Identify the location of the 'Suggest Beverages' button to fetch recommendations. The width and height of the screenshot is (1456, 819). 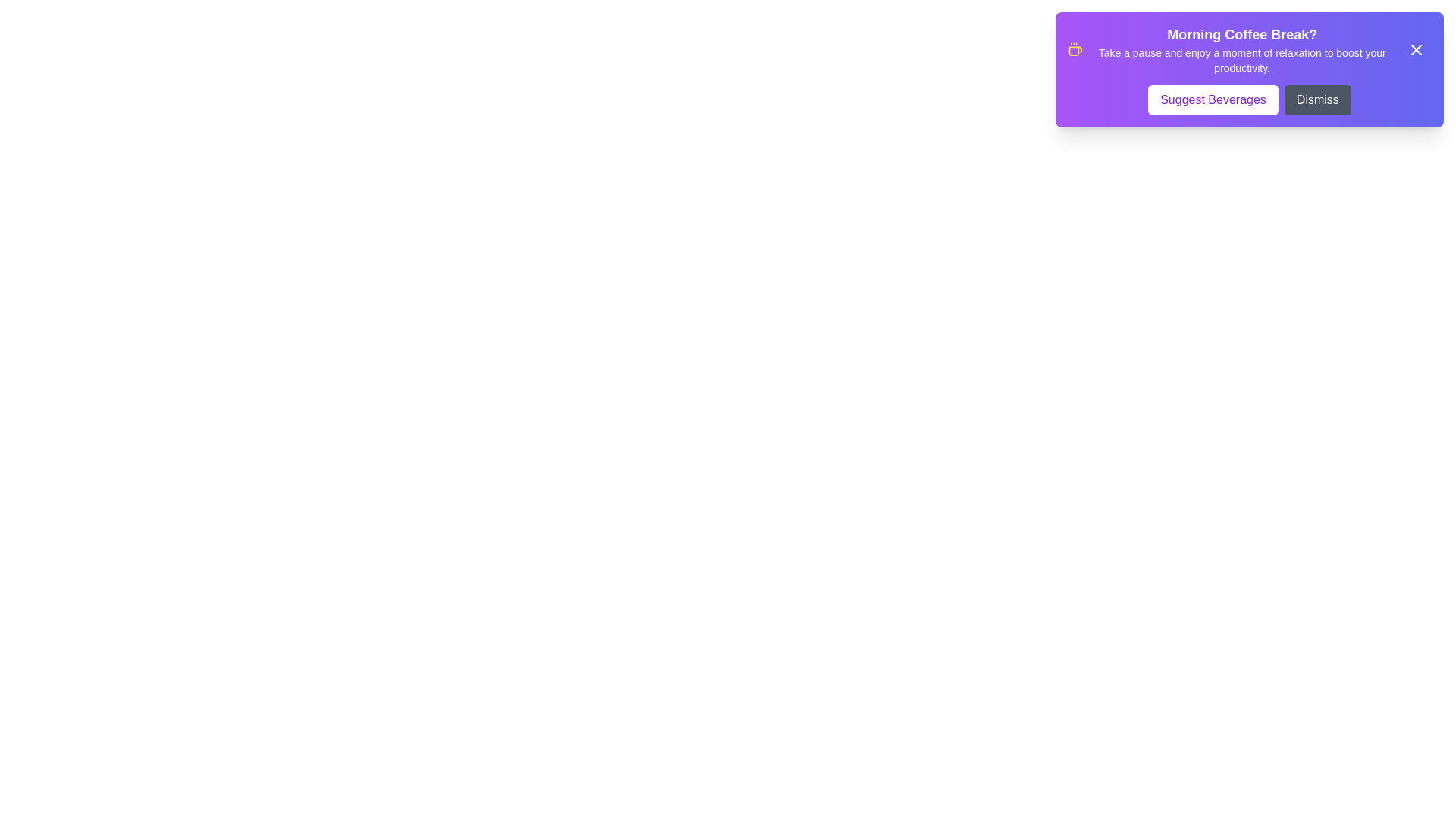
(1212, 99).